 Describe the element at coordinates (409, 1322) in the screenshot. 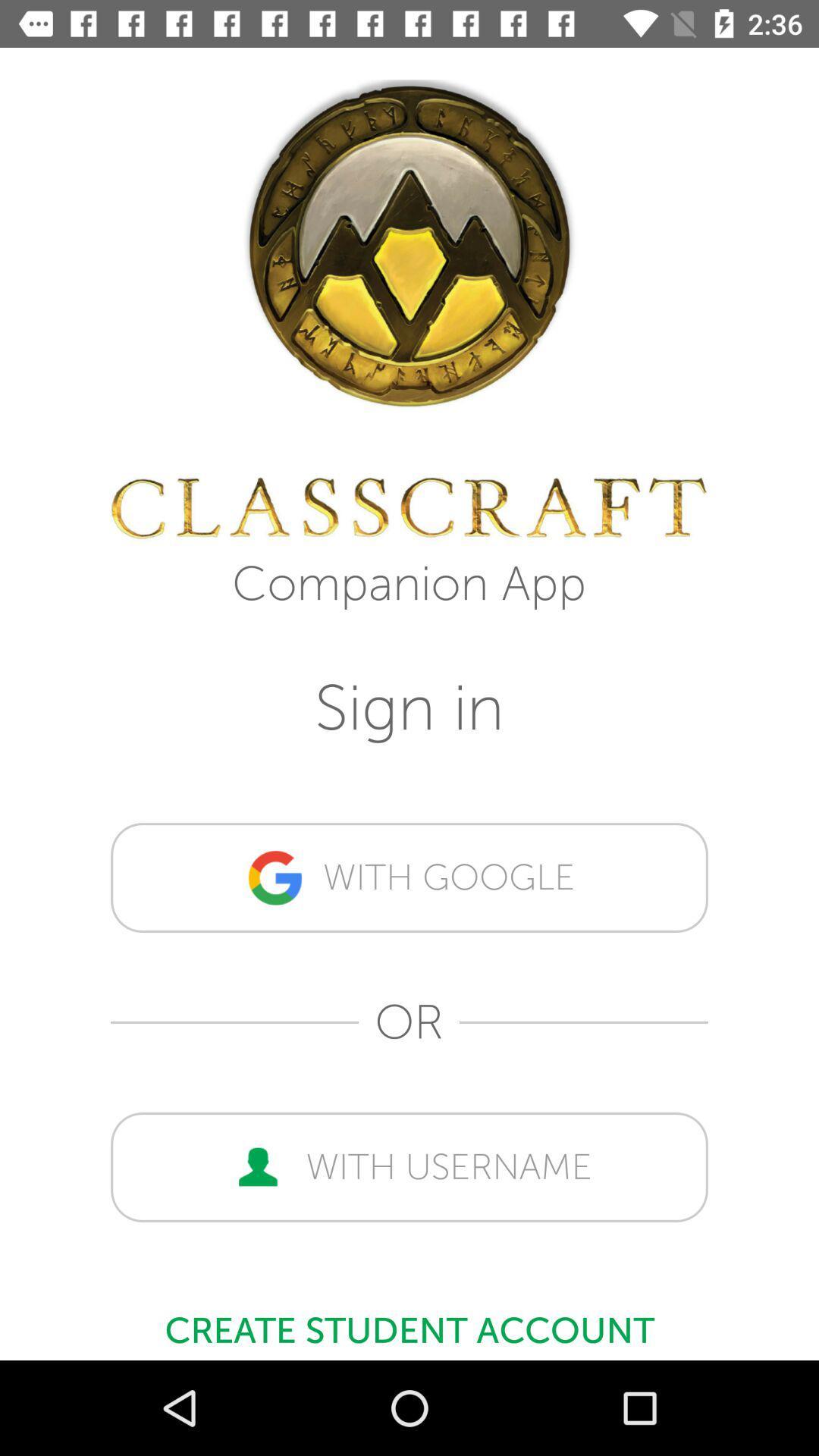

I see `icon below with username icon` at that location.